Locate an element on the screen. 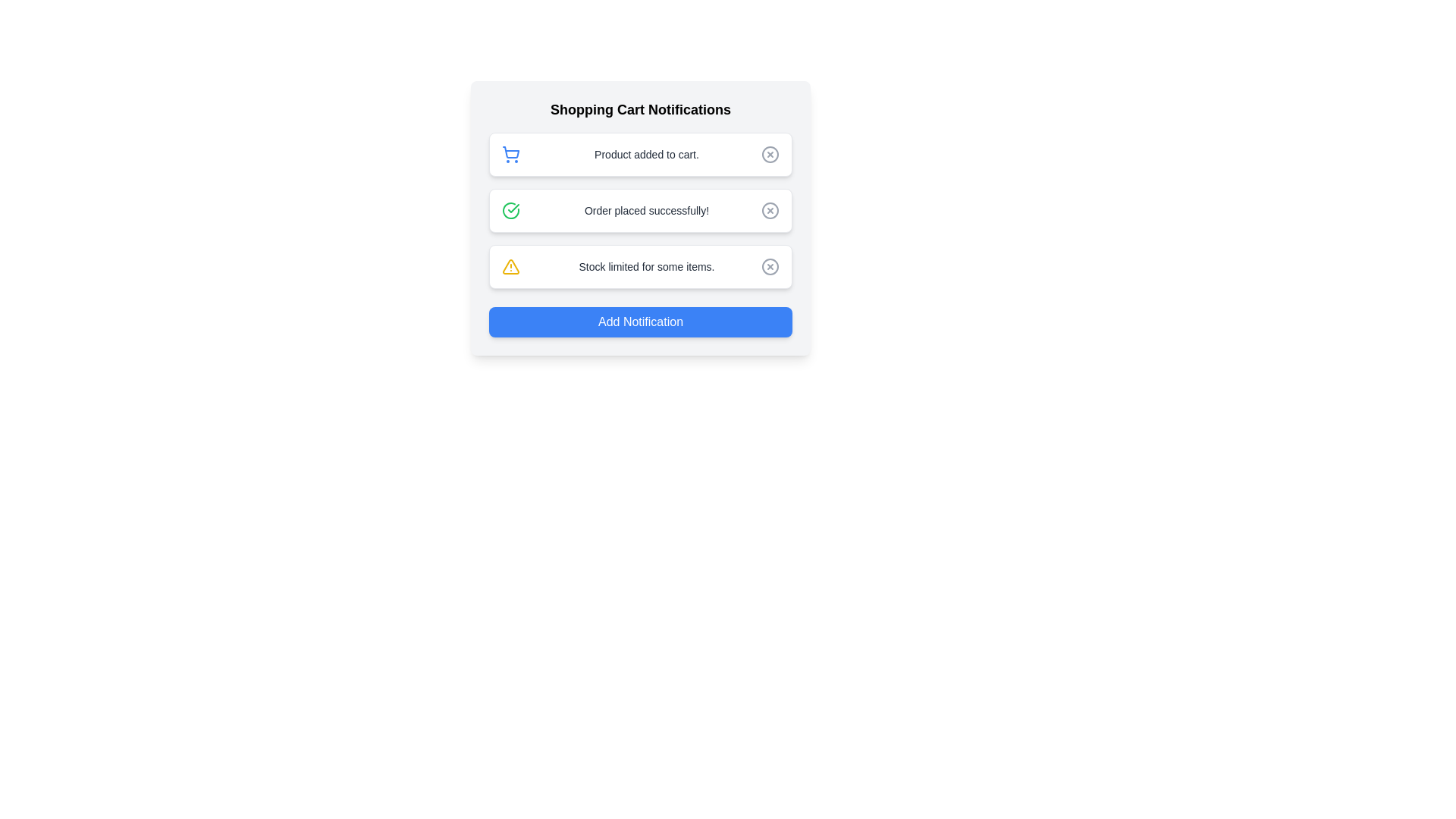  informational message text label indicating limited stock availability, located within the third notification card, to the right of the yellow warning icon is located at coordinates (647, 265).